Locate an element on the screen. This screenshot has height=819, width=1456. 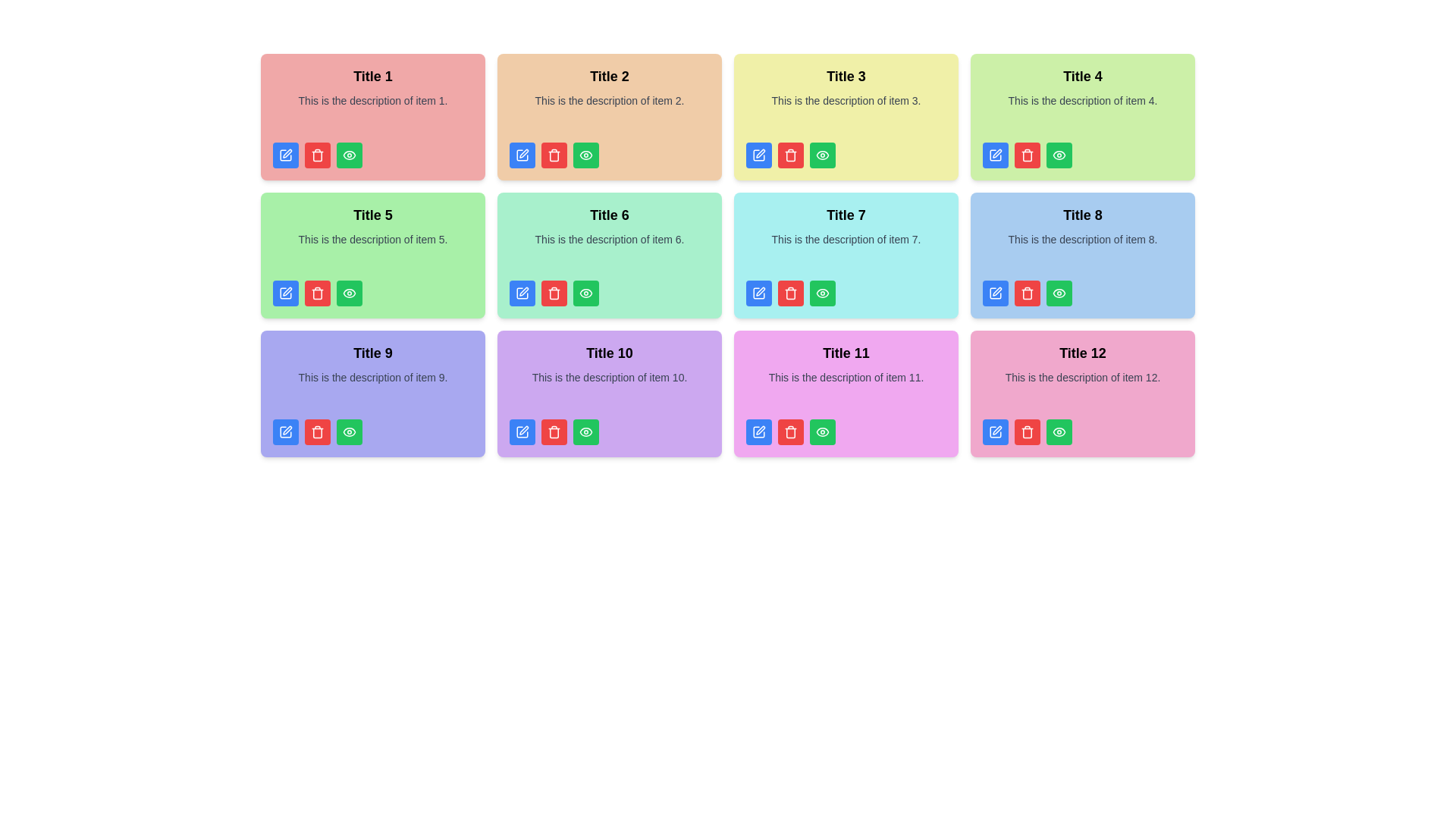
the descriptive text block located within the red card titled 'Title 1', positioned immediately below the title and above a group of interactive buttons is located at coordinates (372, 112).